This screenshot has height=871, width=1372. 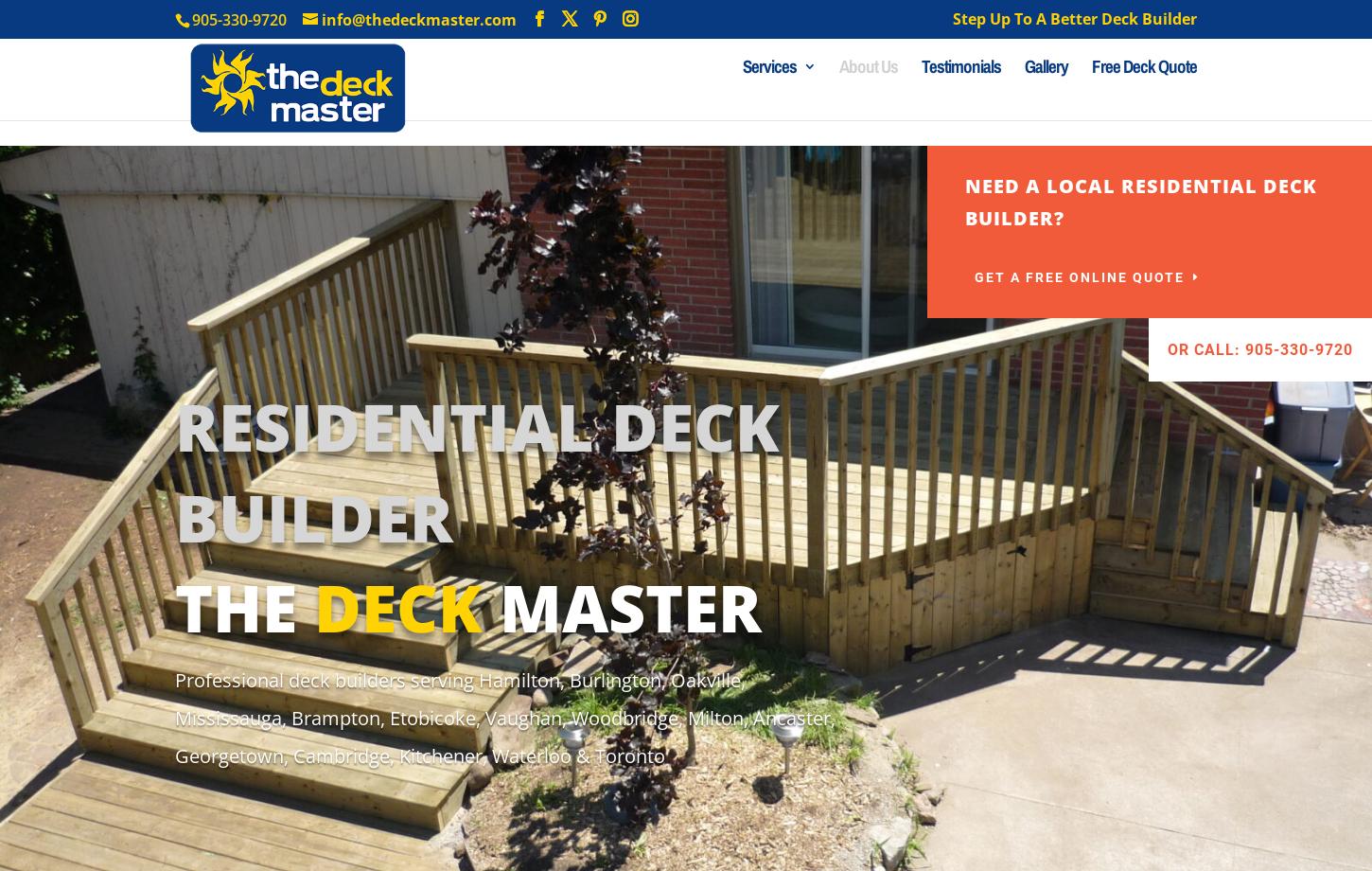 I want to click on 'Testimonials', so click(x=961, y=92).